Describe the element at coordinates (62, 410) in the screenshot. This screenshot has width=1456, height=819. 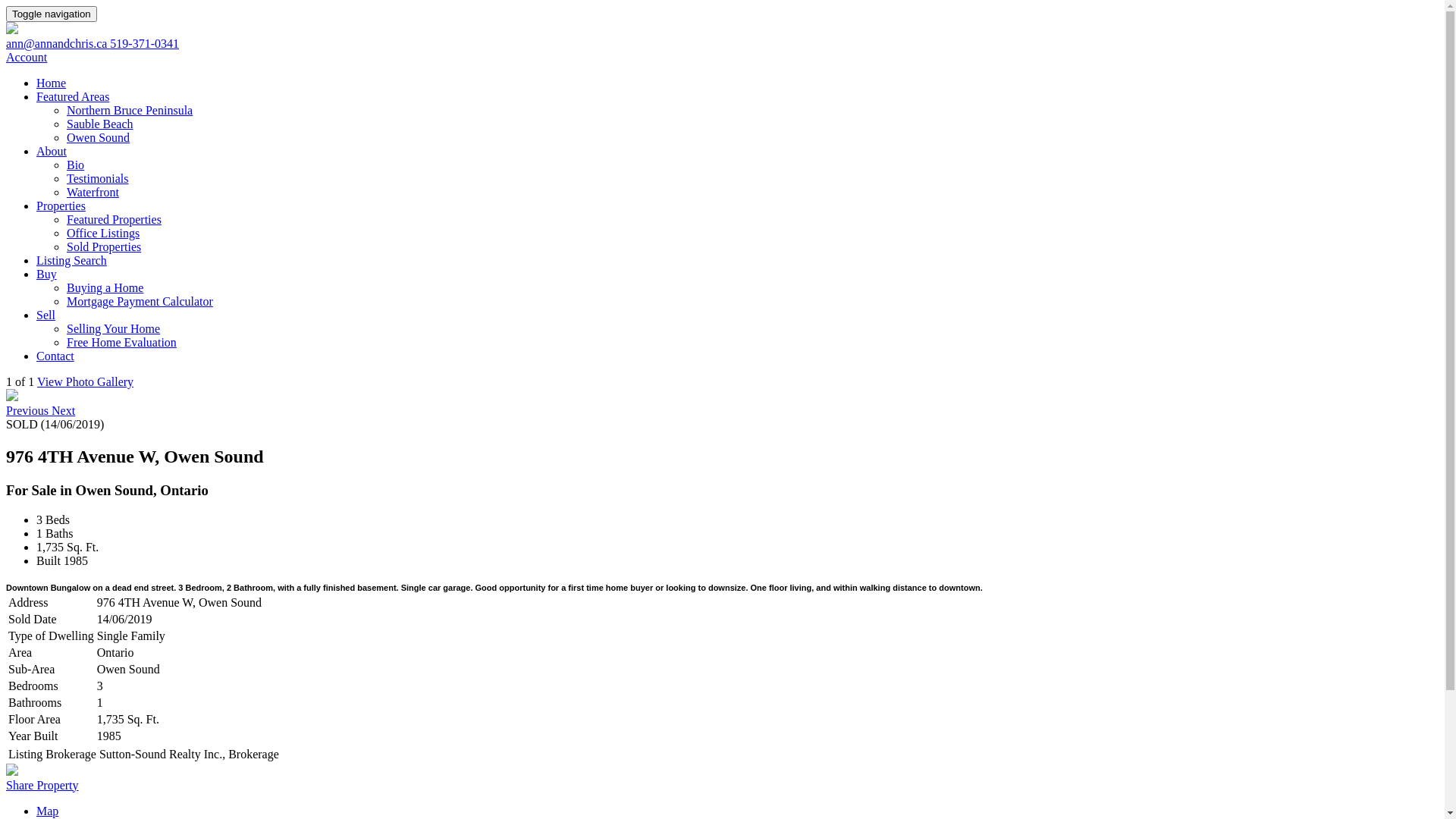
I see `'Next'` at that location.